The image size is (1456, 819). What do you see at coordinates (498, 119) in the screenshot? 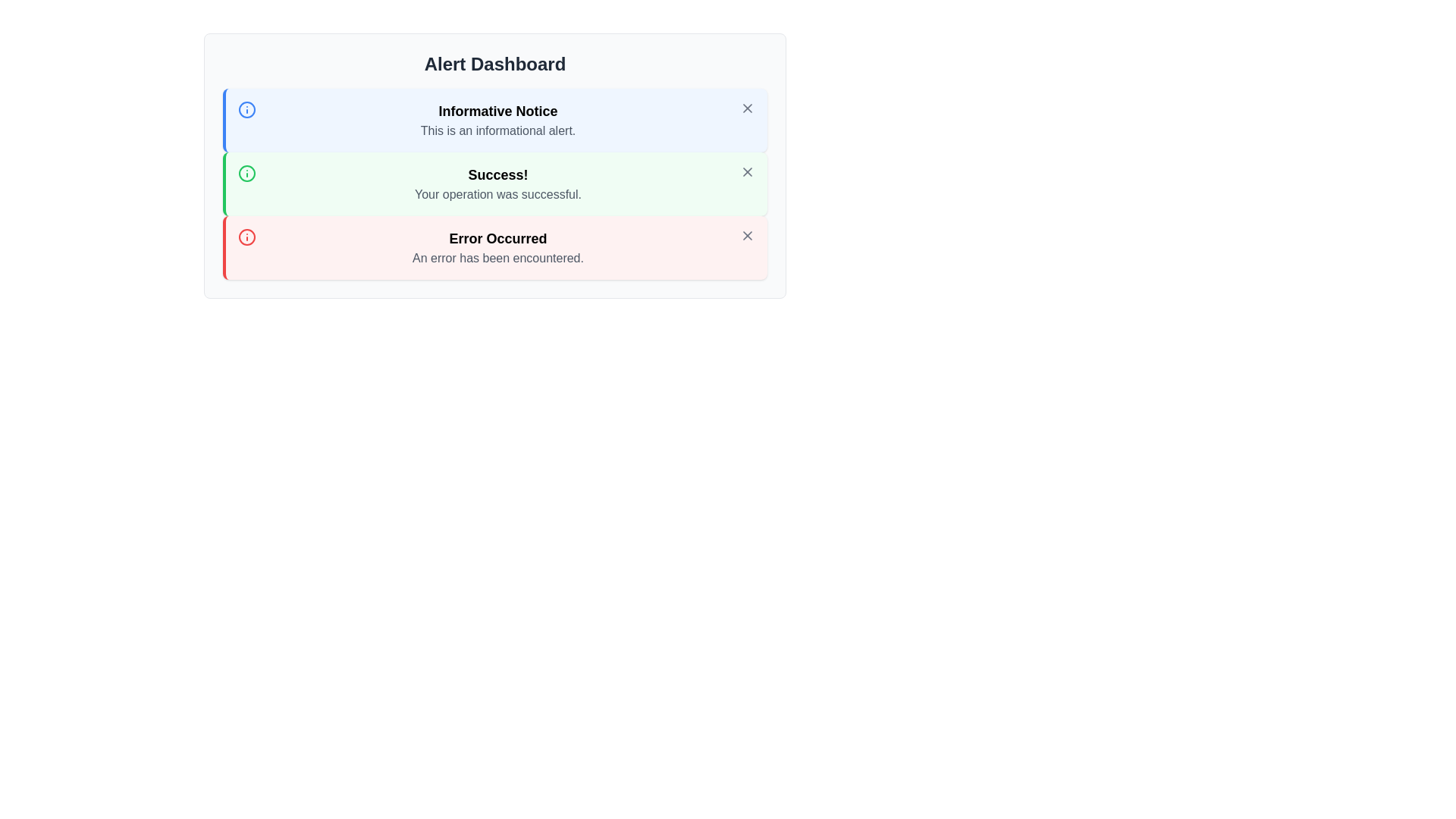
I see `the Text box titled 'Informative Notice', which contains an alert description and is styled with a blue background, positioned at the top of the alert items` at bounding box center [498, 119].